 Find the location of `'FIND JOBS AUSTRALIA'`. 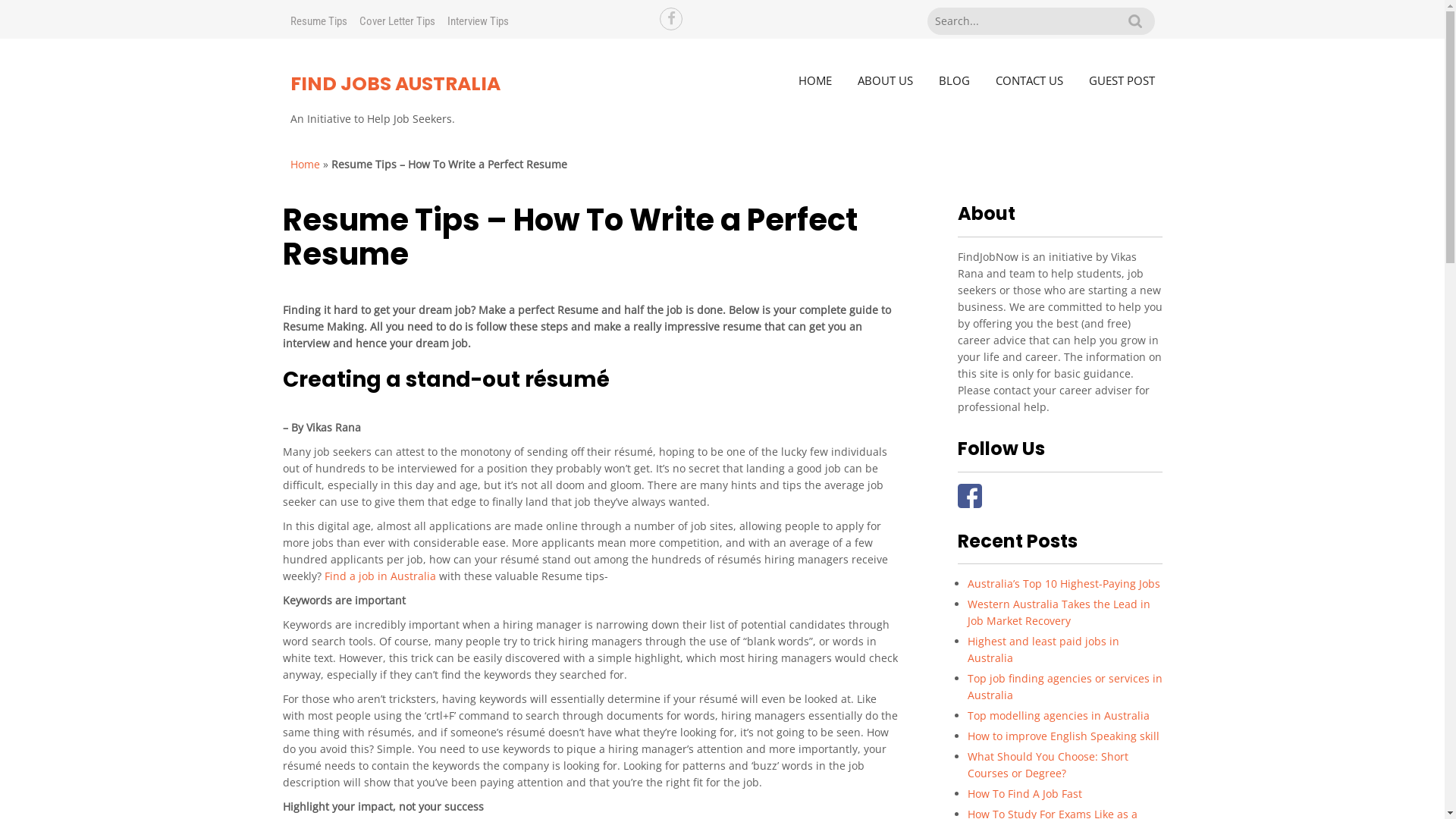

'FIND JOBS AUSTRALIA' is located at coordinates (290, 83).